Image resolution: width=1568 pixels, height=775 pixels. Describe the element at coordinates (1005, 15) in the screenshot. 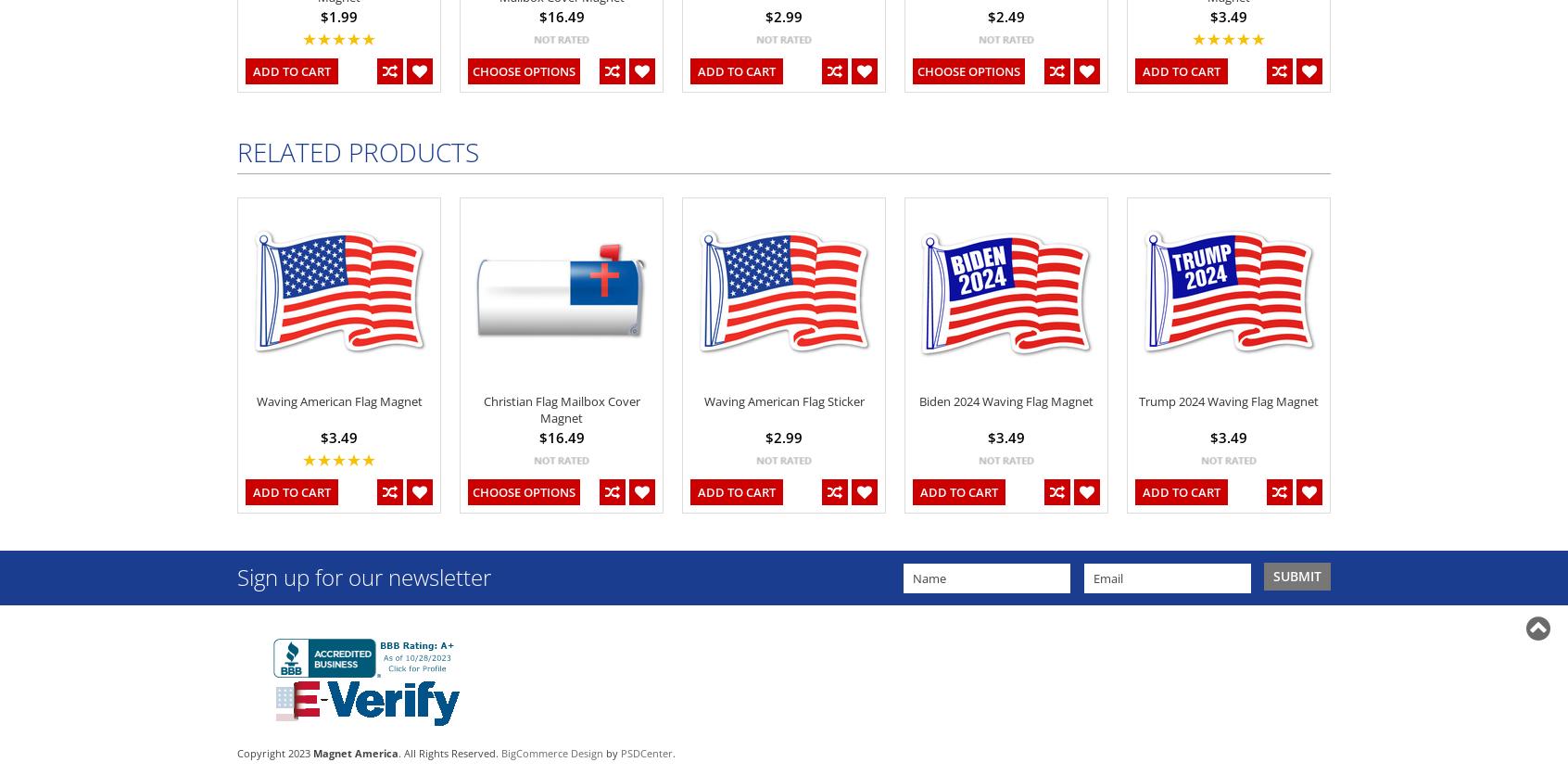

I see `'$2.49'` at that location.